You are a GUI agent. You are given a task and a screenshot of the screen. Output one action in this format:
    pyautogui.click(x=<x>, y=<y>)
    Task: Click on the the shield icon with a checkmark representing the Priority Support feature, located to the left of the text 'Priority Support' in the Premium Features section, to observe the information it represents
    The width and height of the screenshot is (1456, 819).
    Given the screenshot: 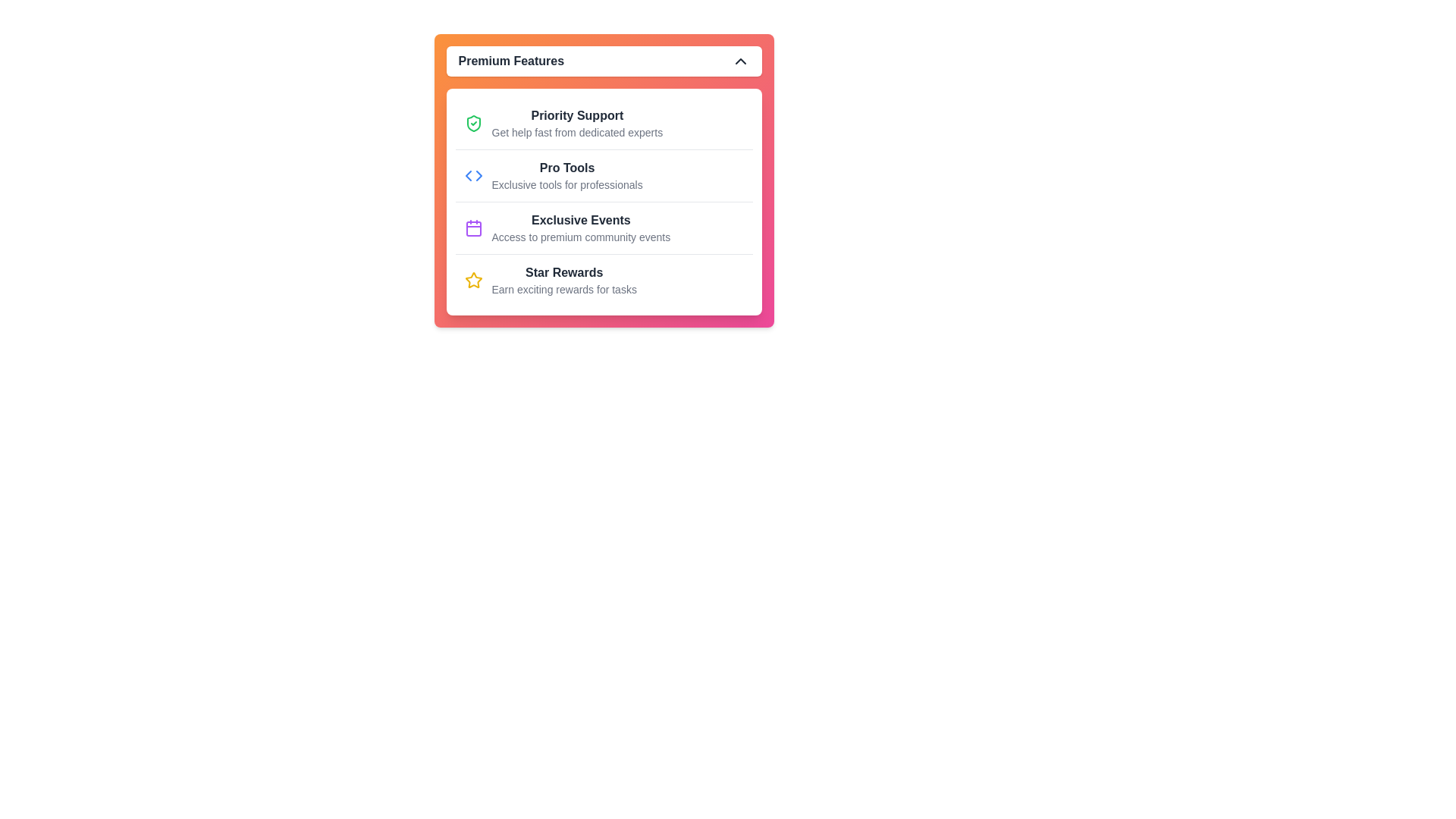 What is the action you would take?
    pyautogui.click(x=472, y=122)
    